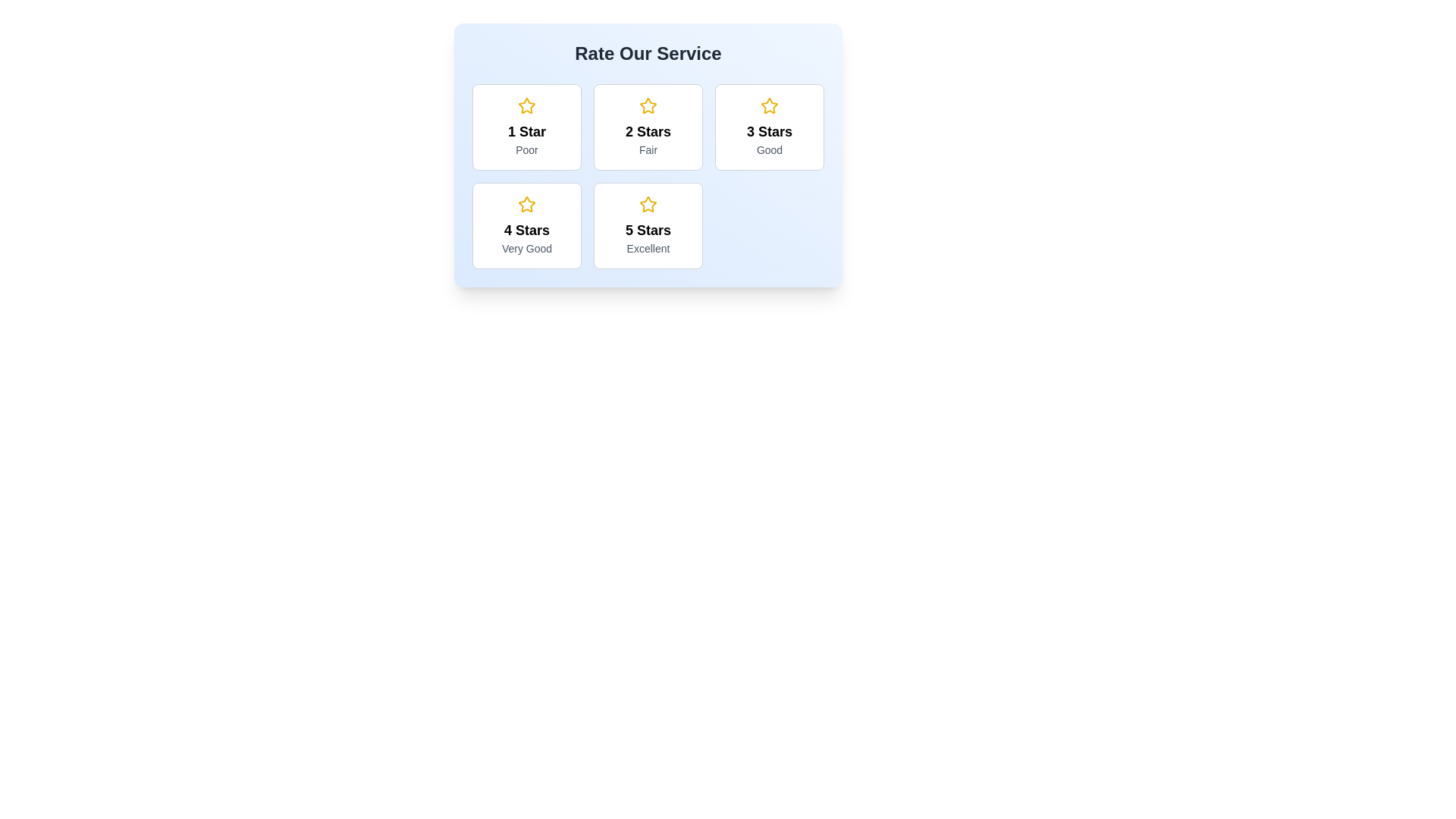 This screenshot has width=1456, height=819. What do you see at coordinates (648, 247) in the screenshot?
I see `the text label that provides the qualitative description 'Excellent' associated with the '5 Stars' rating, located below the '5 Stars' text and alongside the star icon` at bounding box center [648, 247].